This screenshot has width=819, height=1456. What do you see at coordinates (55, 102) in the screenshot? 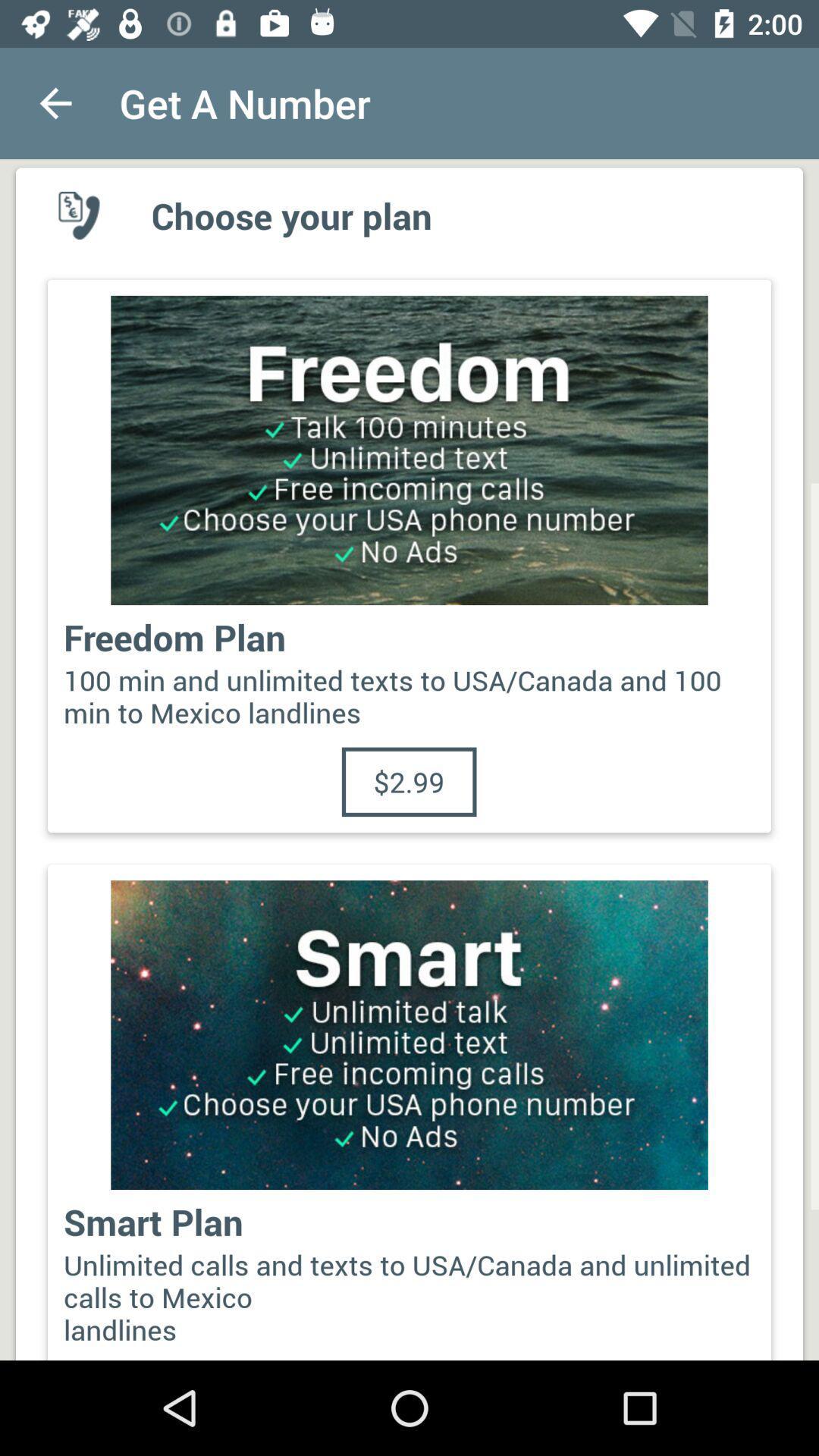
I see `the item next to the get a number` at bounding box center [55, 102].